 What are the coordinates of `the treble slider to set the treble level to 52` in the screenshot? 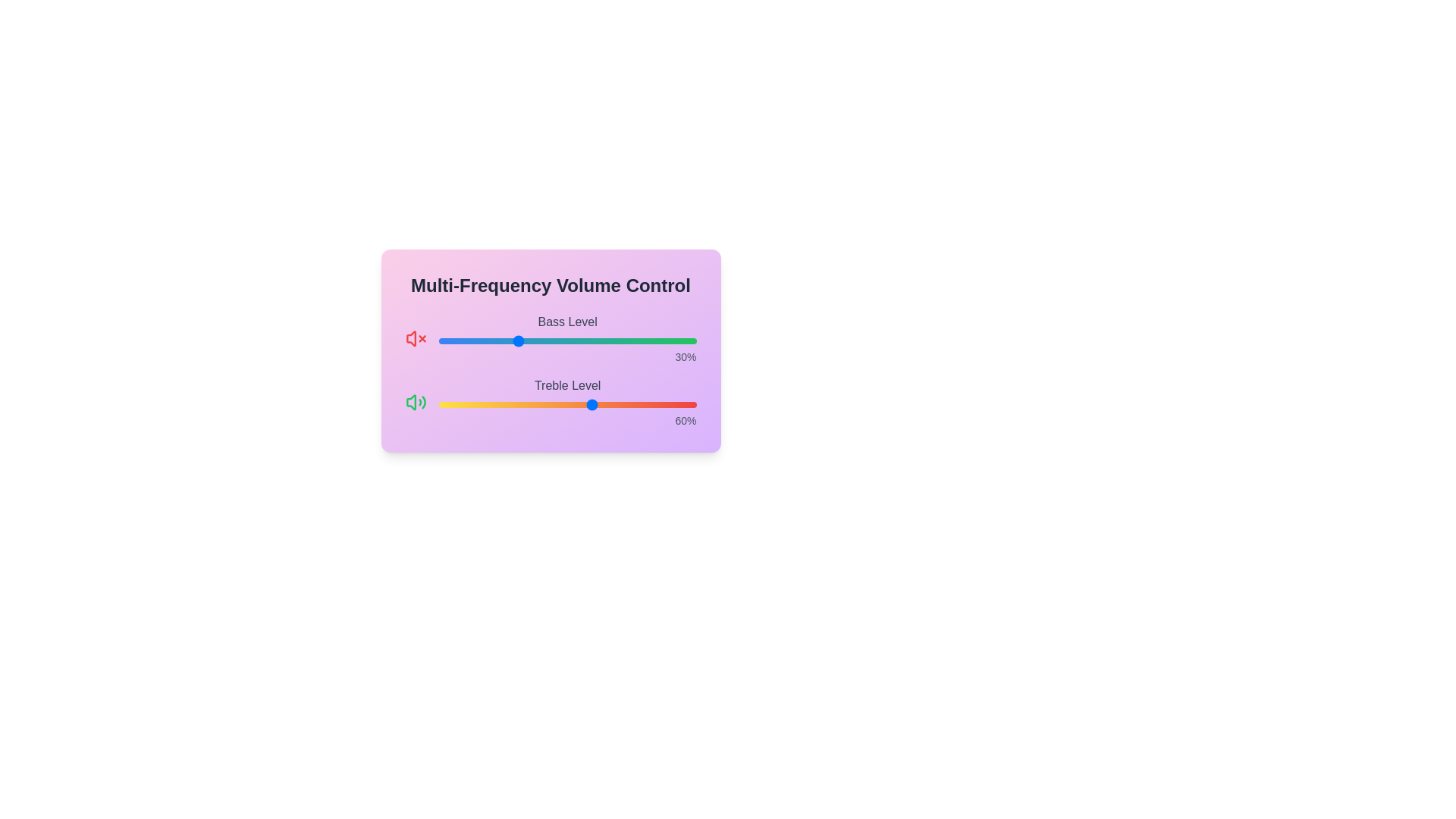 It's located at (572, 403).